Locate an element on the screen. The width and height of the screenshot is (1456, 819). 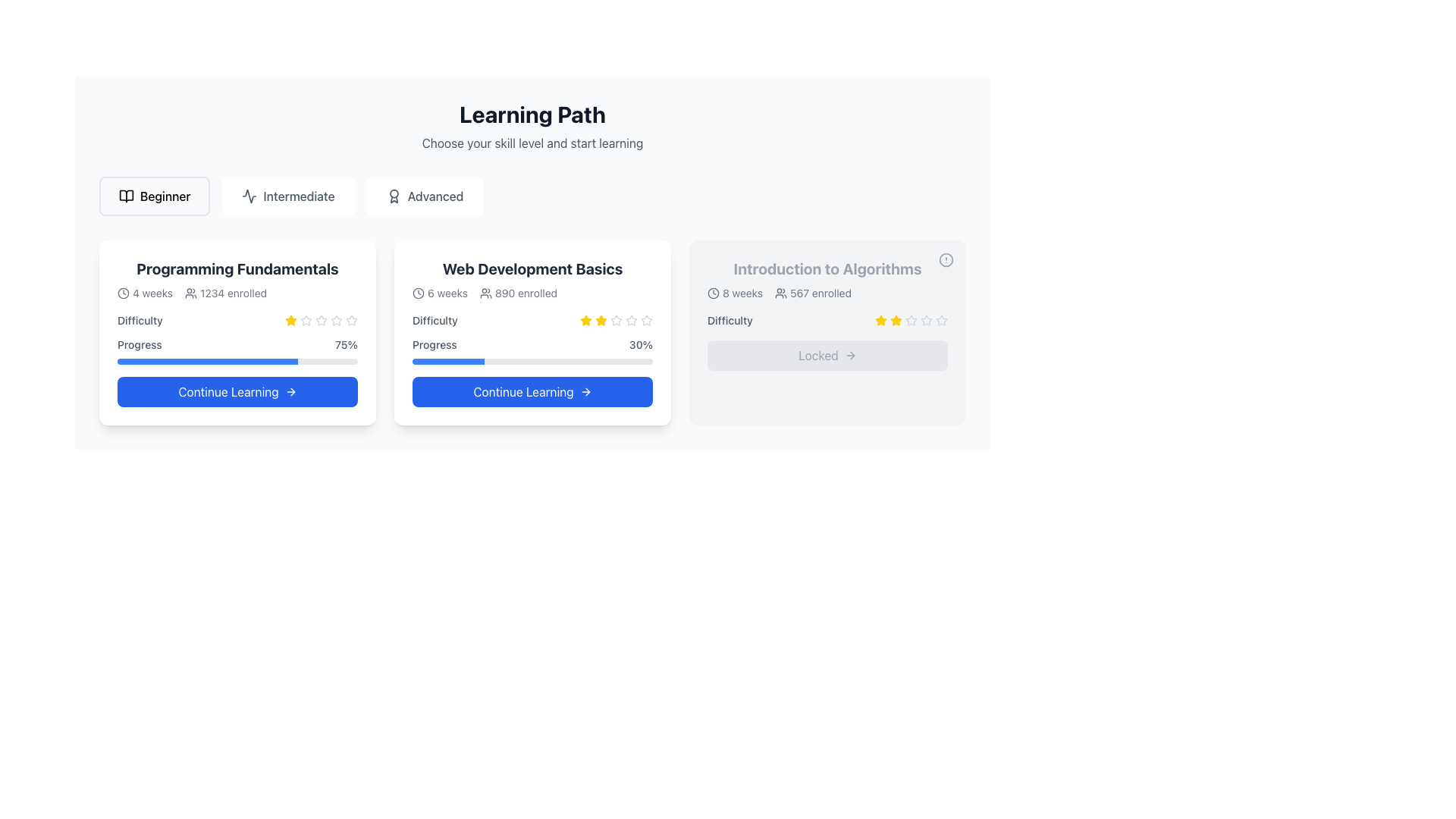
the rightward-pointing arrow icon located within the 'Continue Learning' button of the 'Programming Fundamentals' card is located at coordinates (292, 391).